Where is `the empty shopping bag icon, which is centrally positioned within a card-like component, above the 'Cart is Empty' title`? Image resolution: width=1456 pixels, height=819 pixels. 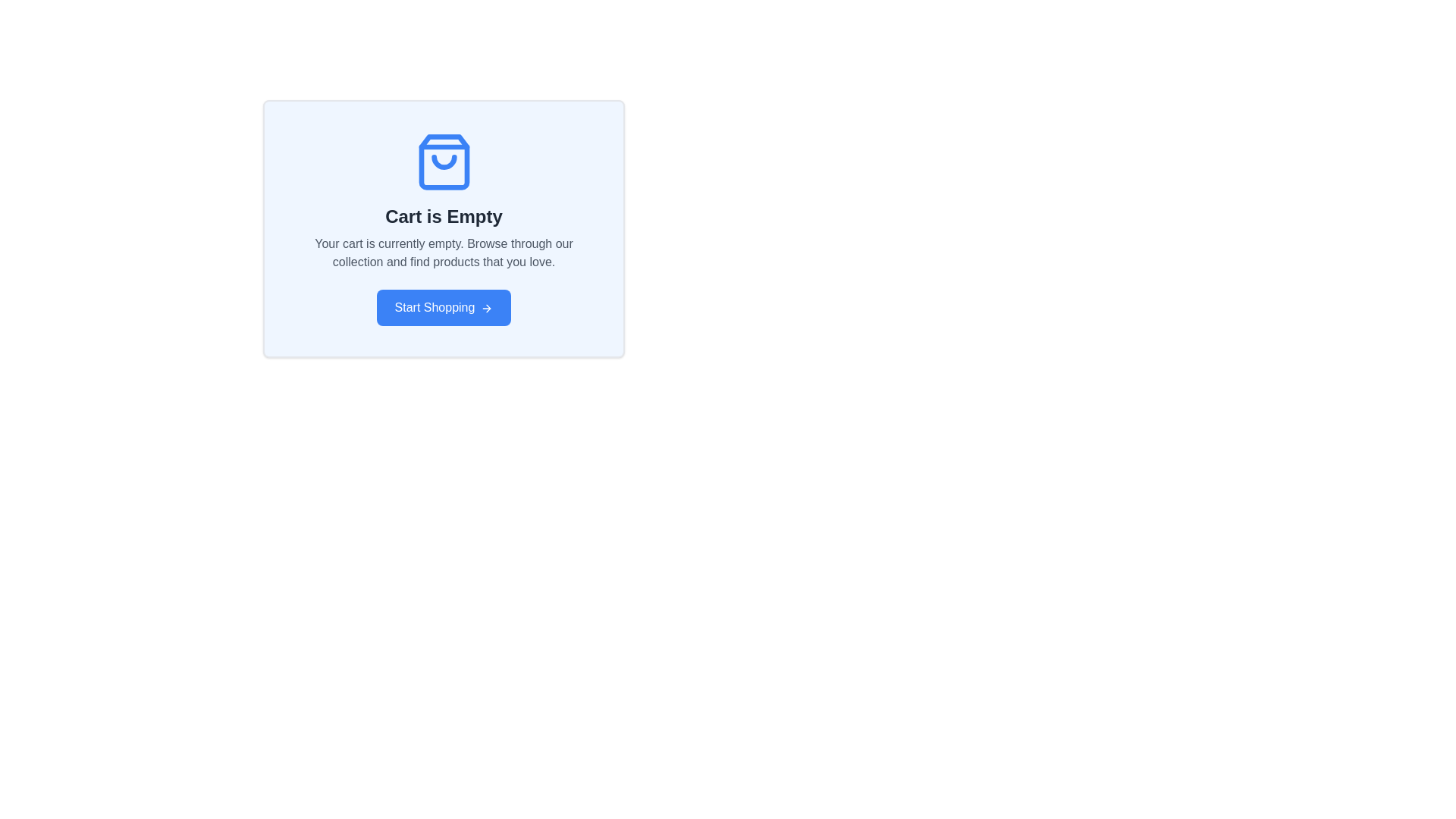
the empty shopping bag icon, which is centrally positioned within a card-like component, above the 'Cart is Empty' title is located at coordinates (443, 162).